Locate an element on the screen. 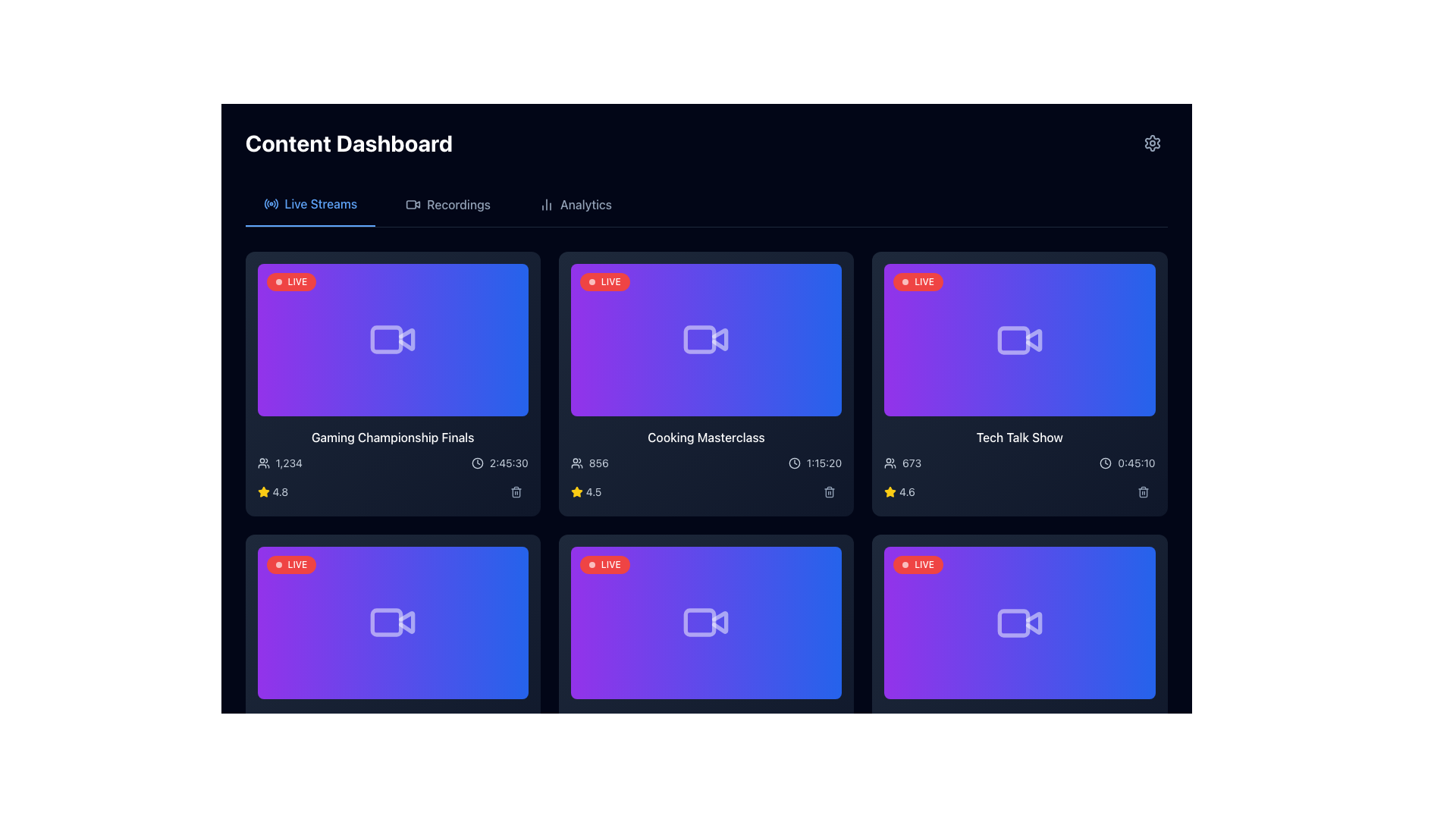 This screenshot has width=1456, height=819. the status indicator badge located at the top-left corner of the first card in the second row, which indicates live content is located at coordinates (604, 281).